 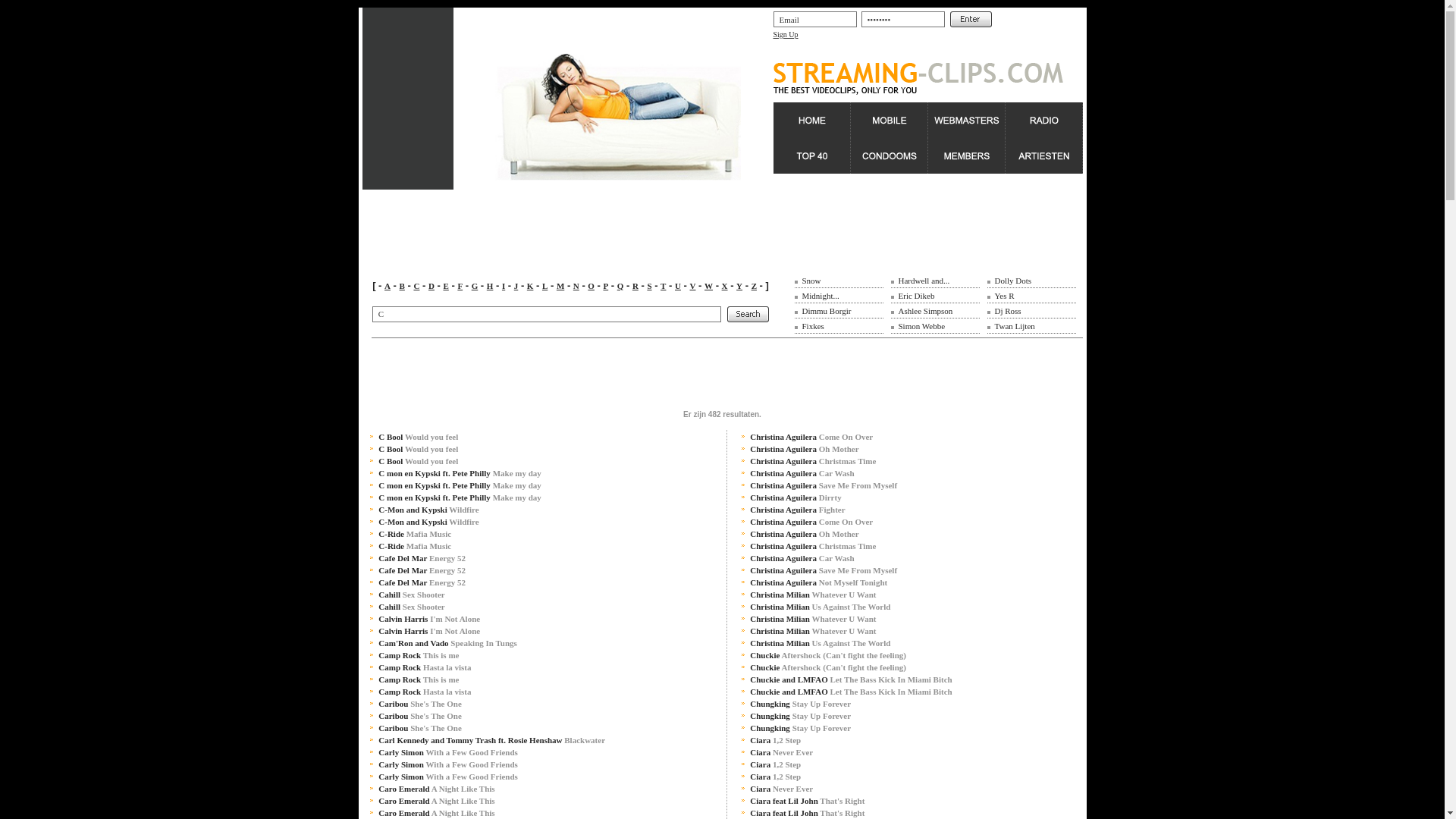 What do you see at coordinates (811, 619) in the screenshot?
I see `'Christina Milian Whatever U Want'` at bounding box center [811, 619].